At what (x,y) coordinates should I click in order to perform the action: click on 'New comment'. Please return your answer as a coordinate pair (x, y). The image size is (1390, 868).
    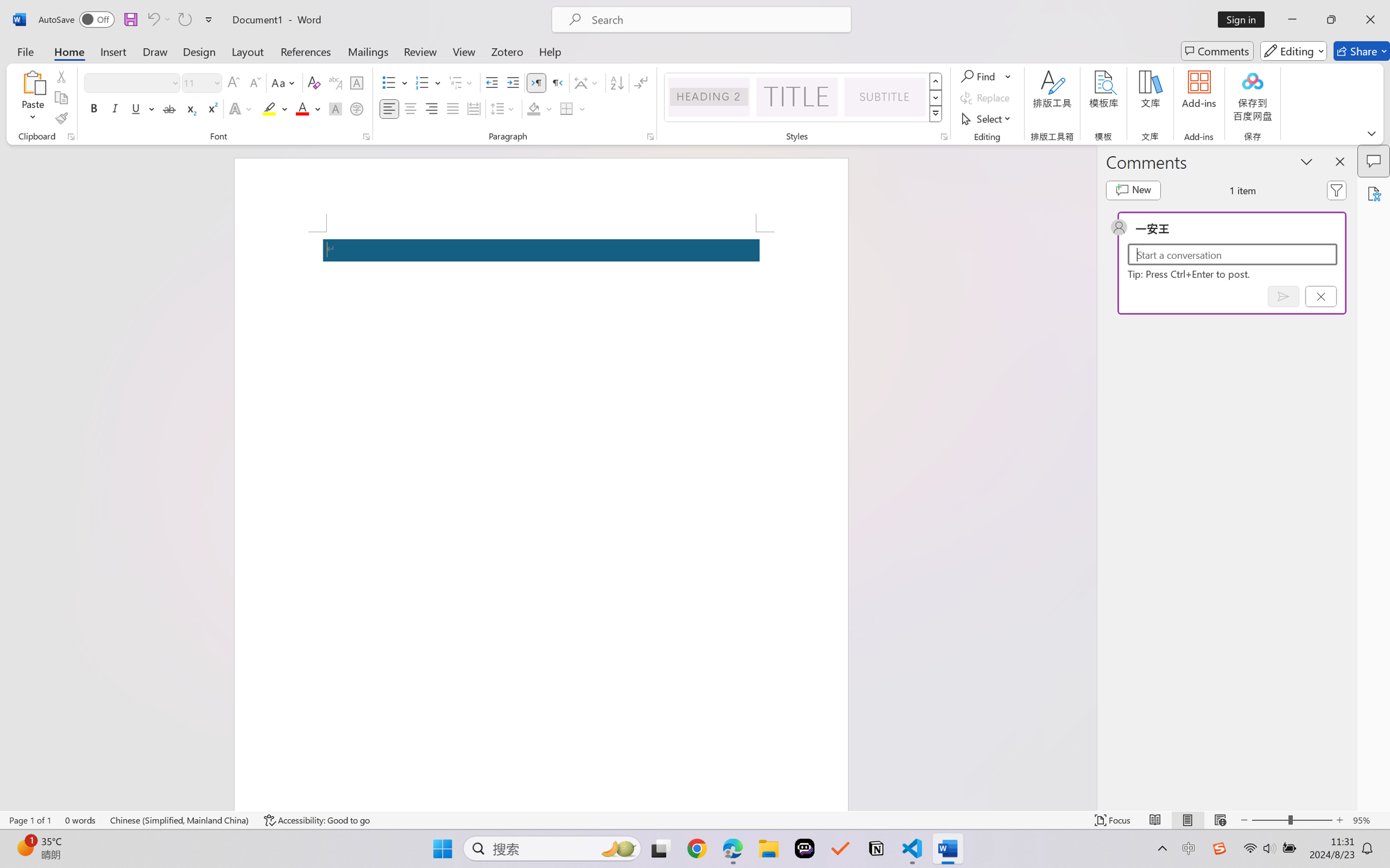
    Looking at the image, I should click on (1133, 190).